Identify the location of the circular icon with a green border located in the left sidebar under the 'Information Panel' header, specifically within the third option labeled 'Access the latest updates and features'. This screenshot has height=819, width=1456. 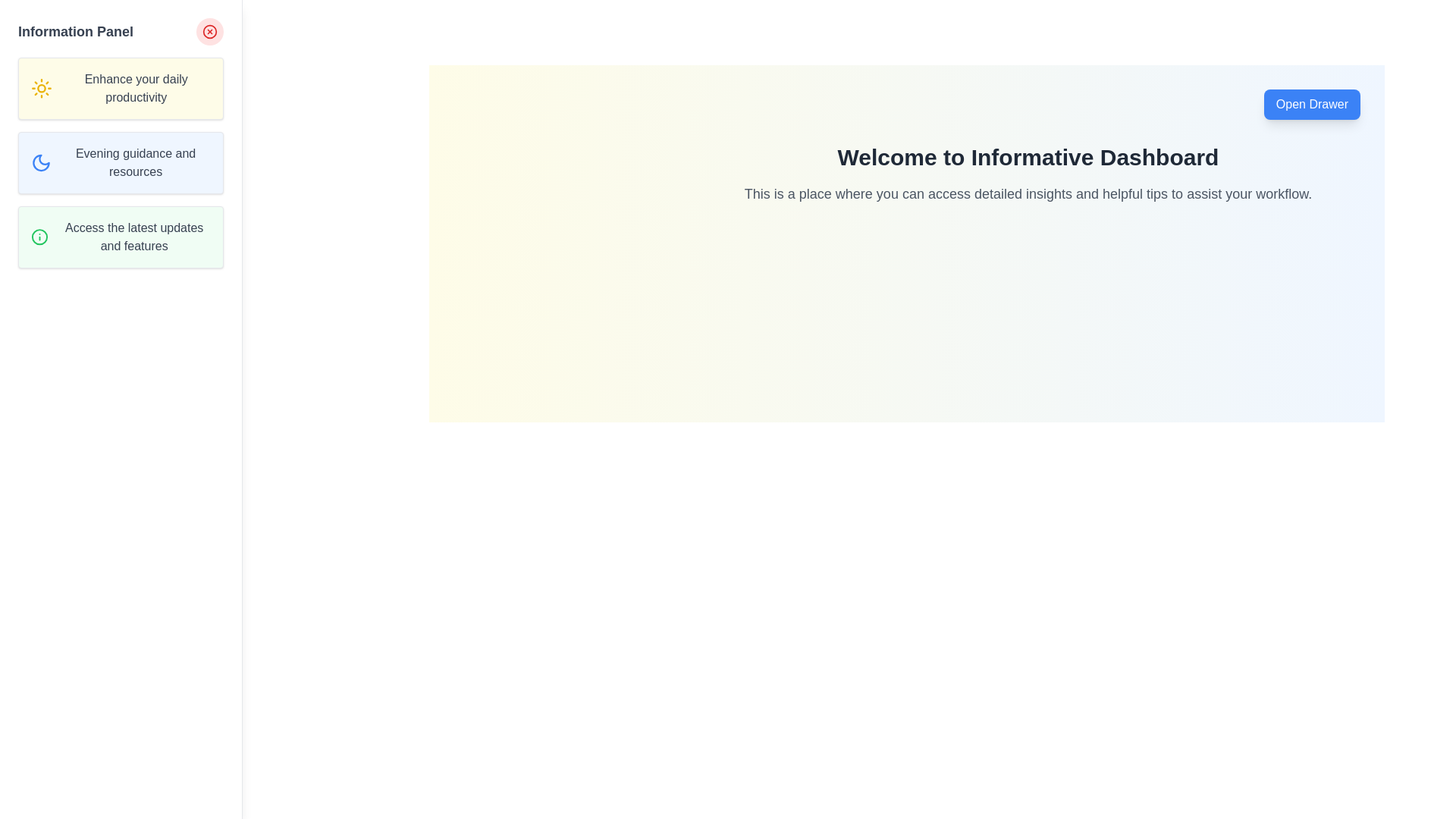
(39, 237).